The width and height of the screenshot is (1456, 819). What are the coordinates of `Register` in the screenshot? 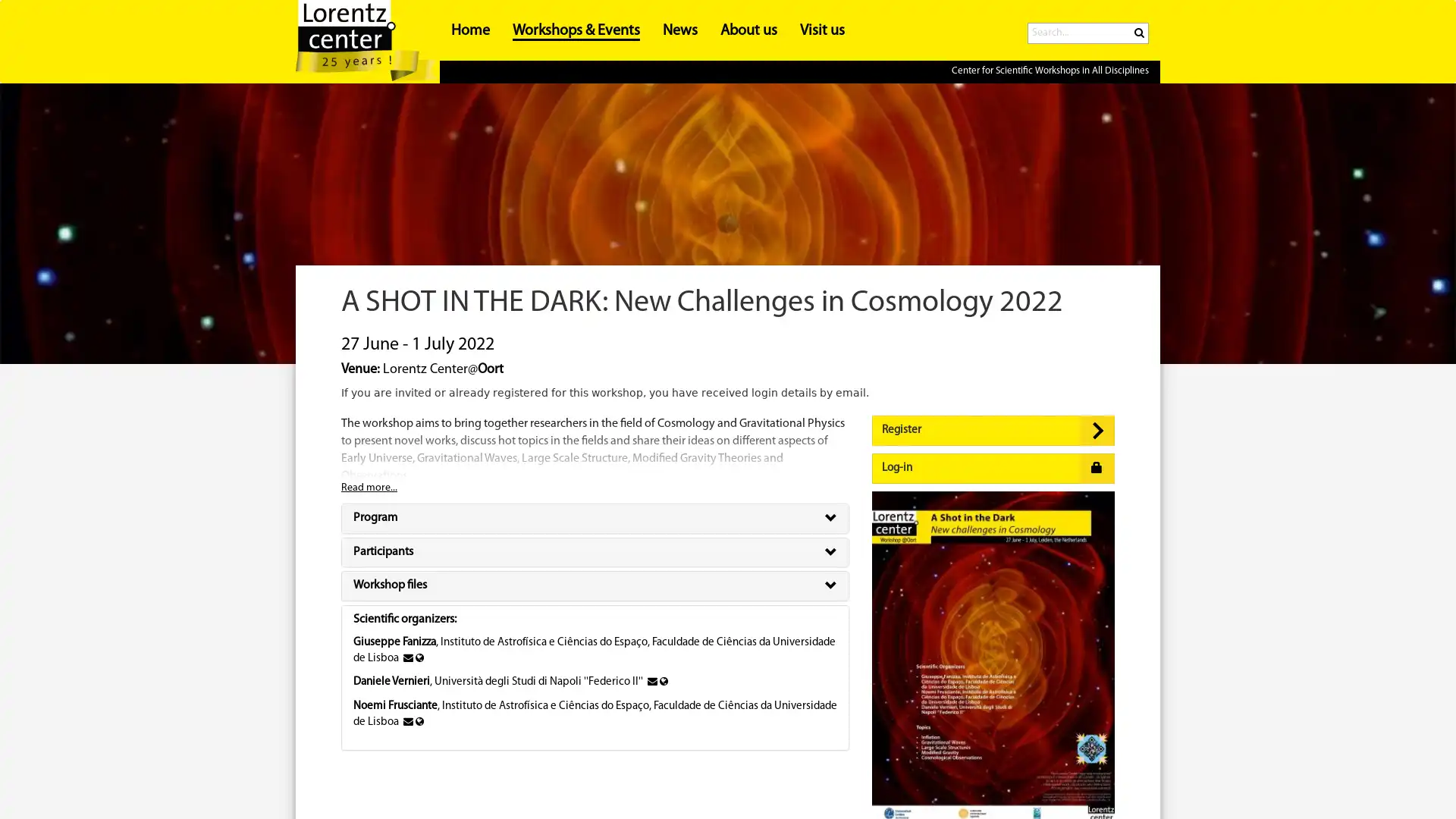 It's located at (993, 430).